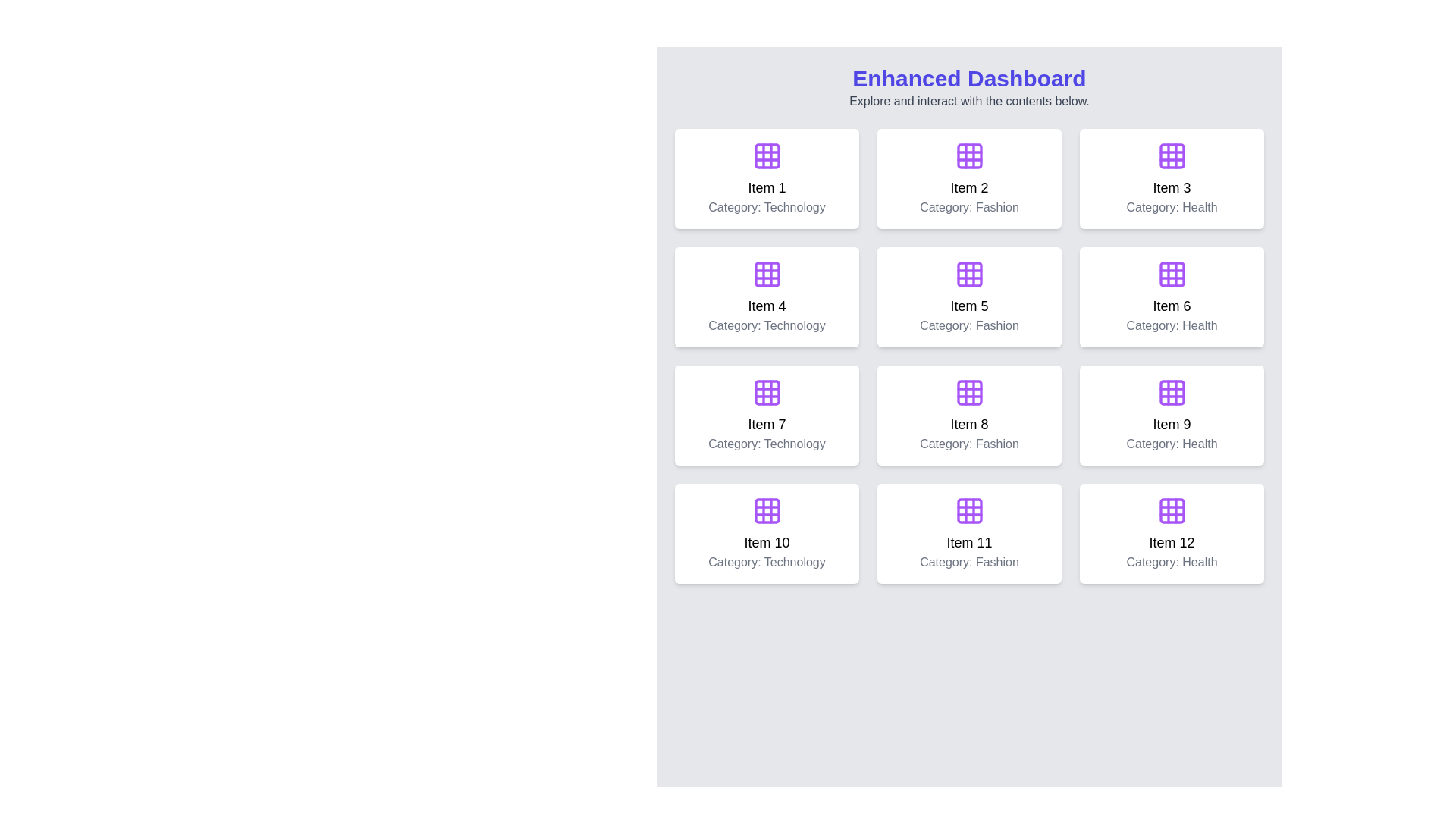 This screenshot has height=819, width=1456. I want to click on the content of the text label displaying 'Item 10', which is a bold, medium-large sans-serif font positioned above the 'Category: Technology' label, so click(767, 542).